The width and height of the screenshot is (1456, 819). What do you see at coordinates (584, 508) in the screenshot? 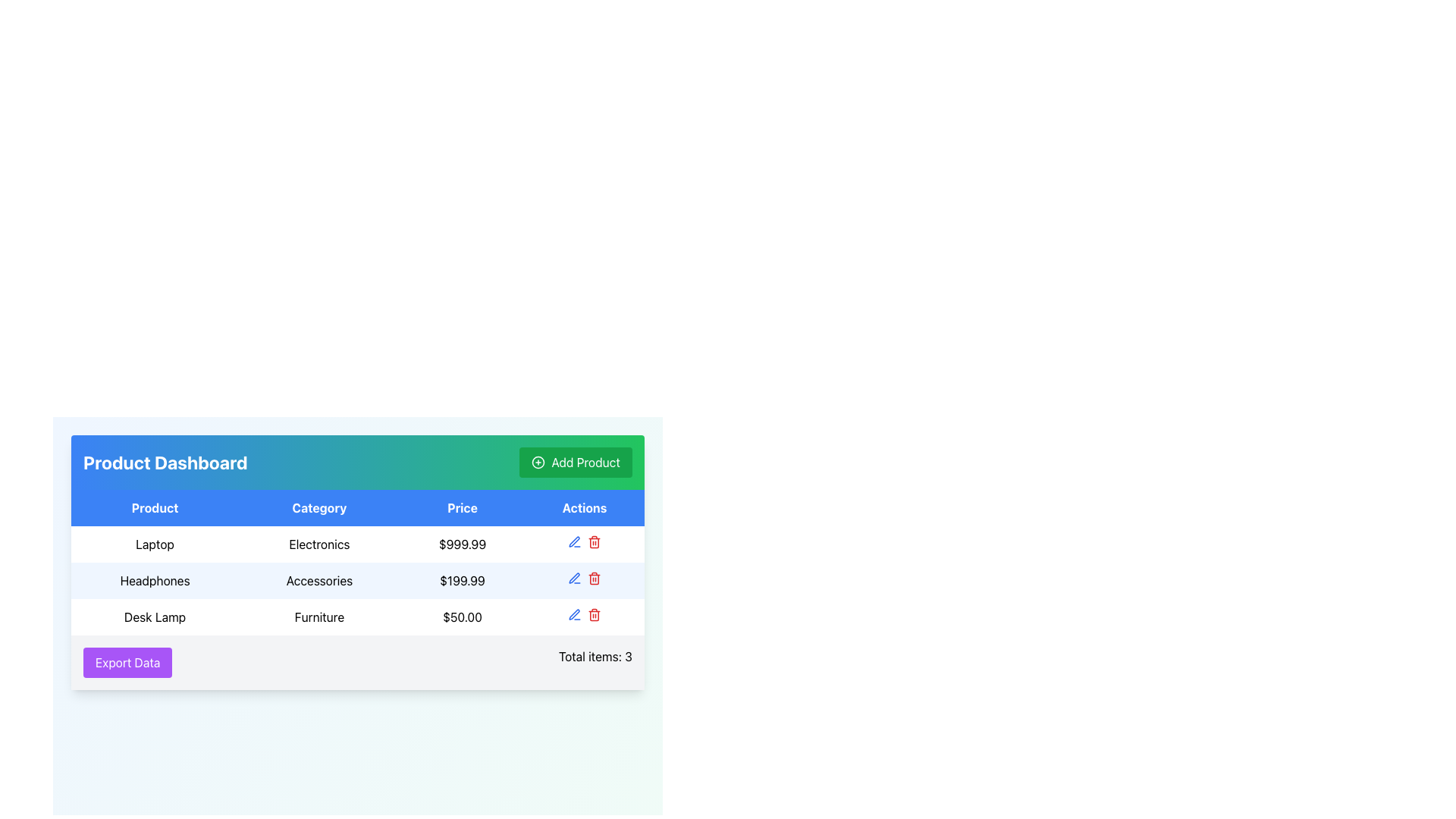
I see `the fourth column header in the table that indicates action-related functionalities for the corresponding rows` at bounding box center [584, 508].